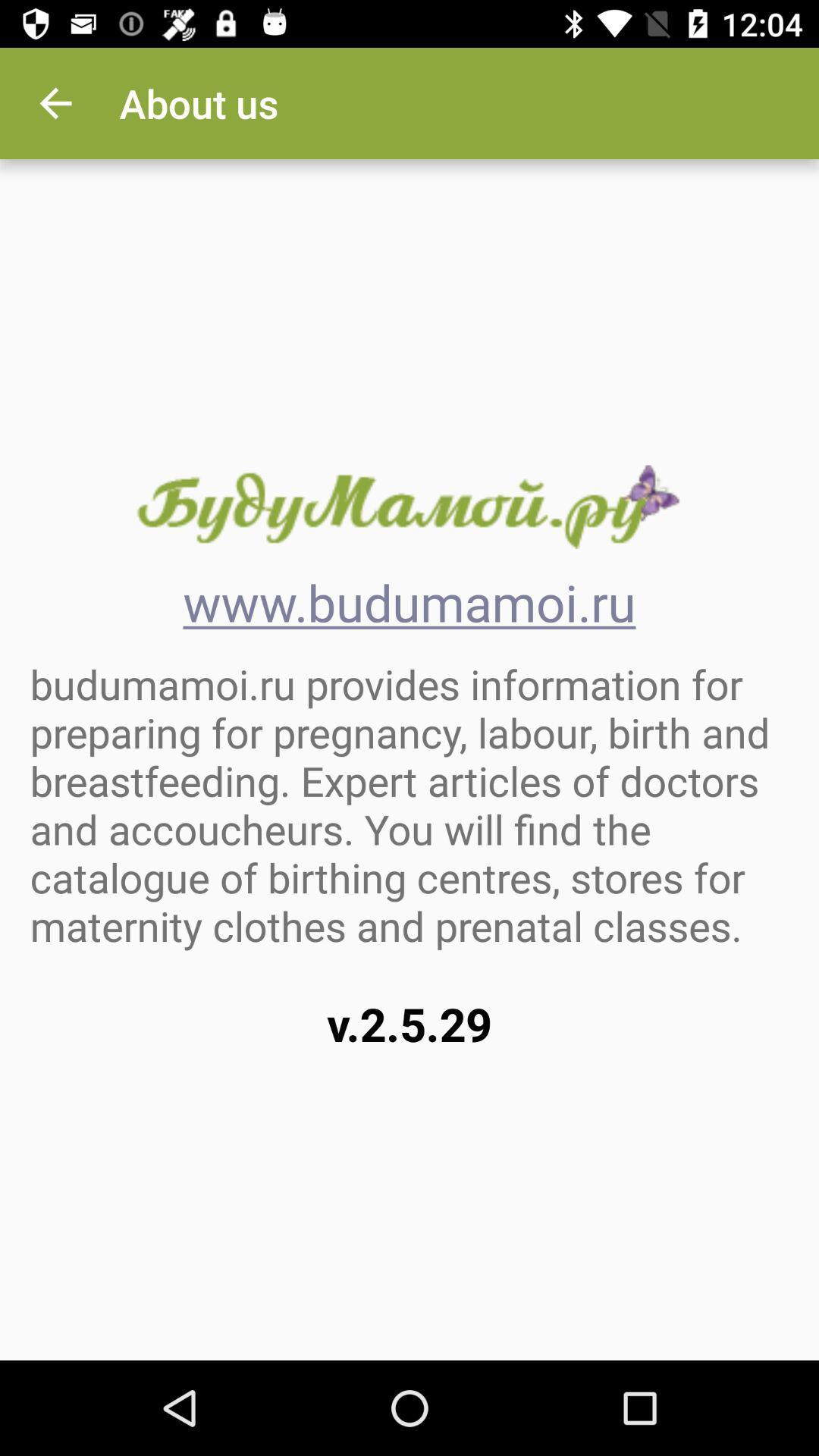 The image size is (819, 1456). What do you see at coordinates (408, 507) in the screenshot?
I see `www.budumamoi.ru` at bounding box center [408, 507].